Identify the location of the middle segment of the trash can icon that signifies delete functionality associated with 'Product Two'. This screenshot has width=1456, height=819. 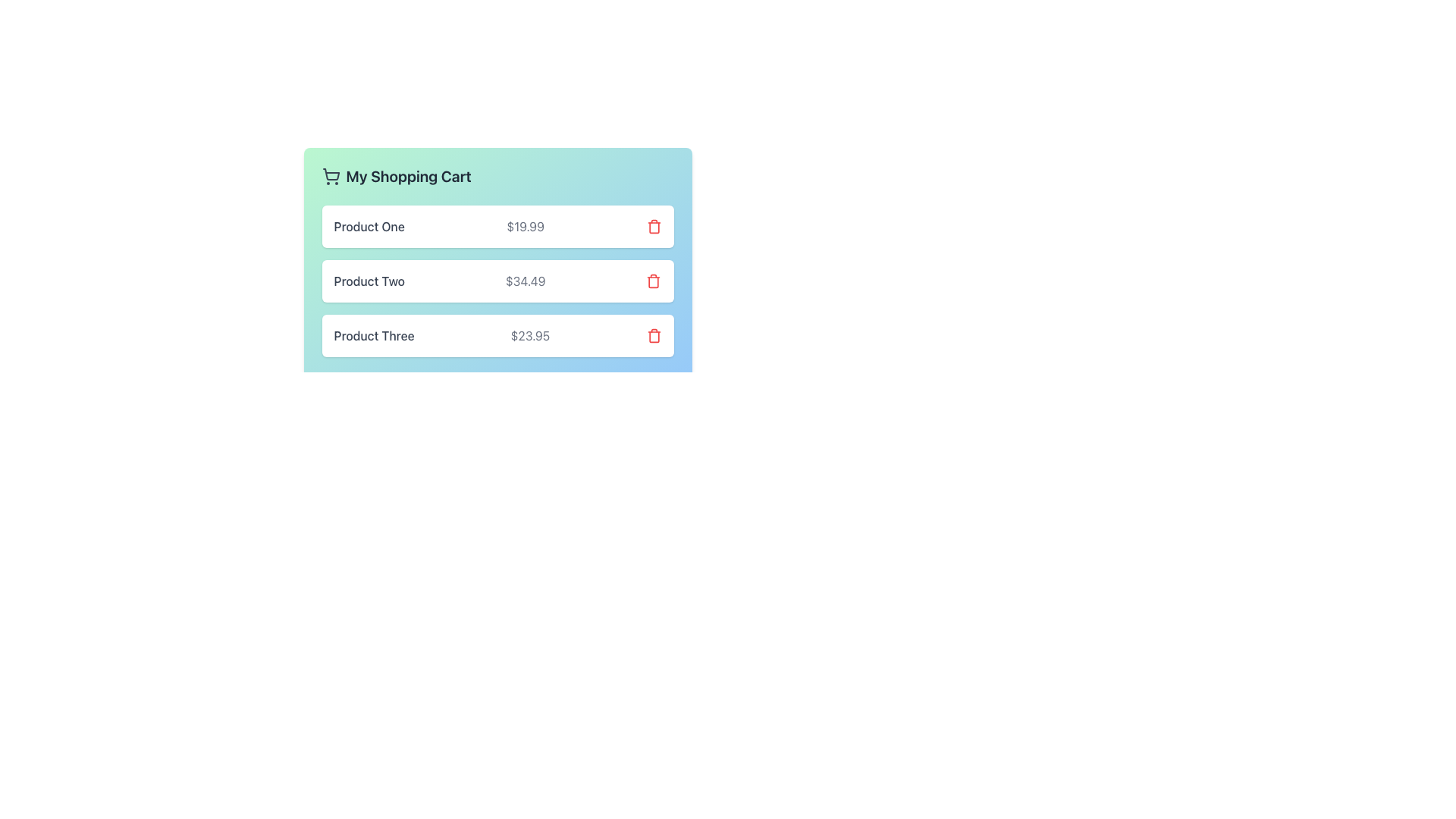
(654, 282).